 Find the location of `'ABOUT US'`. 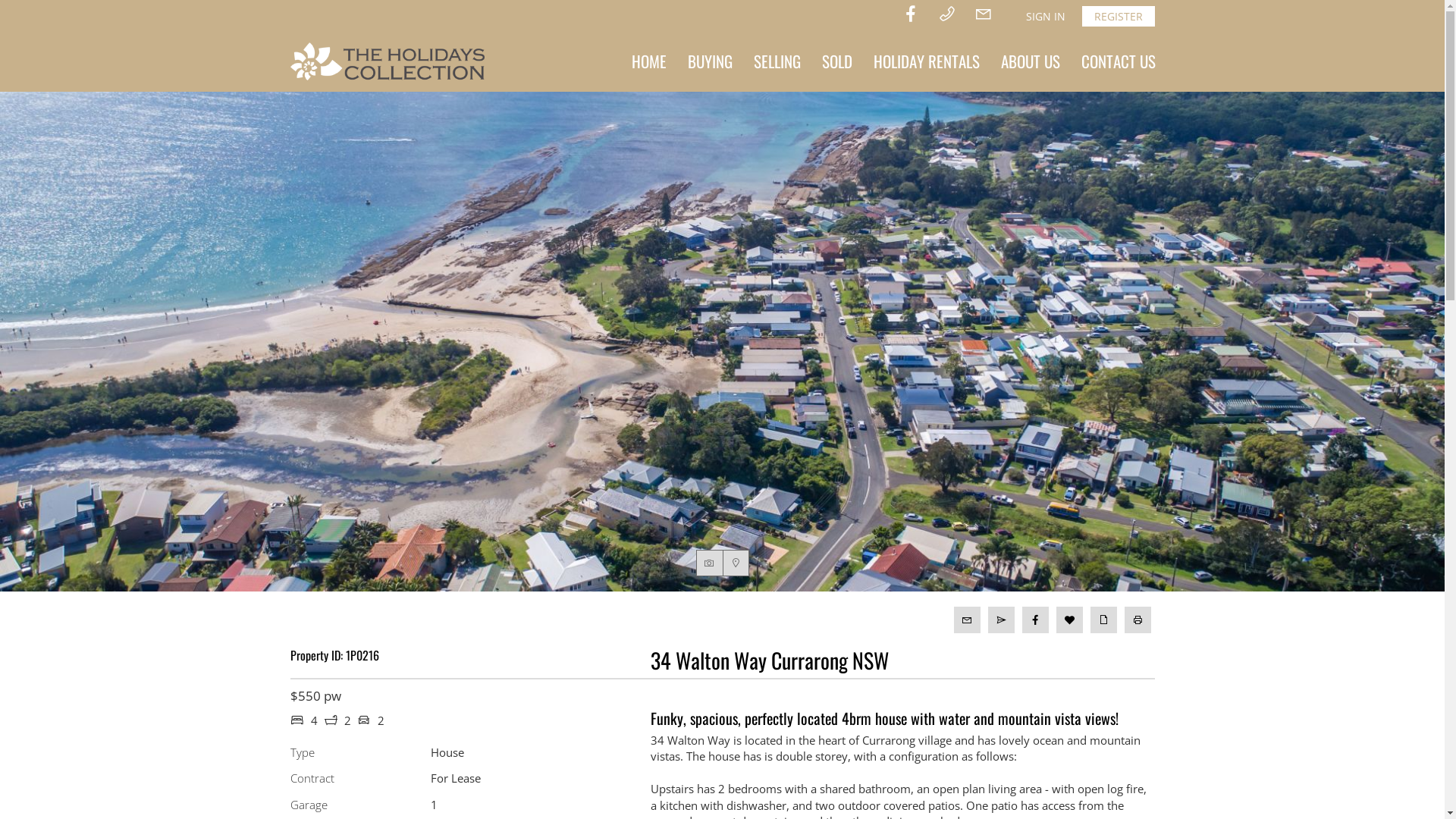

'ABOUT US' is located at coordinates (1030, 61).